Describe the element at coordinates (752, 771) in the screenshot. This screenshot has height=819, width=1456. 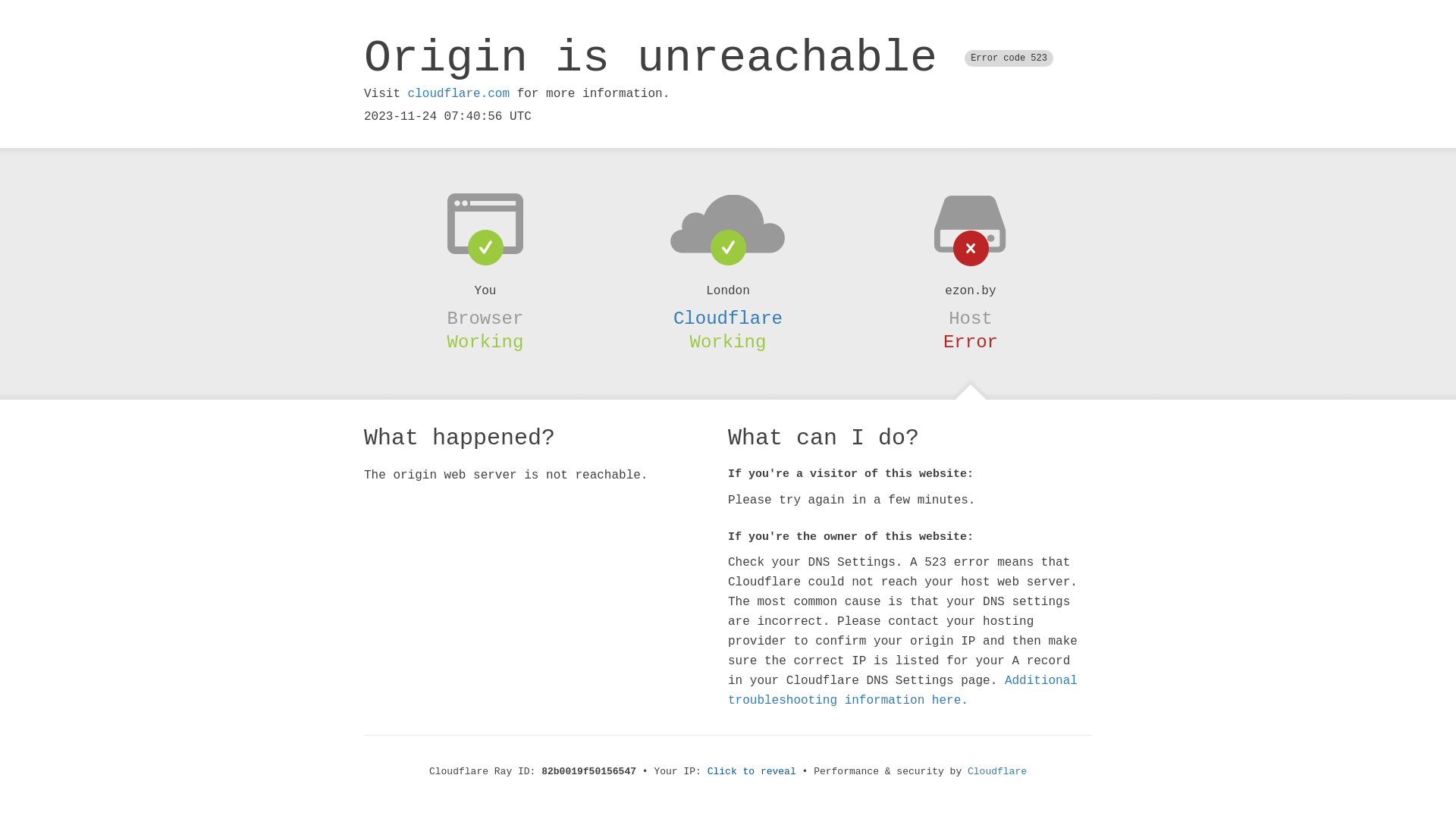
I see `'Click to reveal'` at that location.